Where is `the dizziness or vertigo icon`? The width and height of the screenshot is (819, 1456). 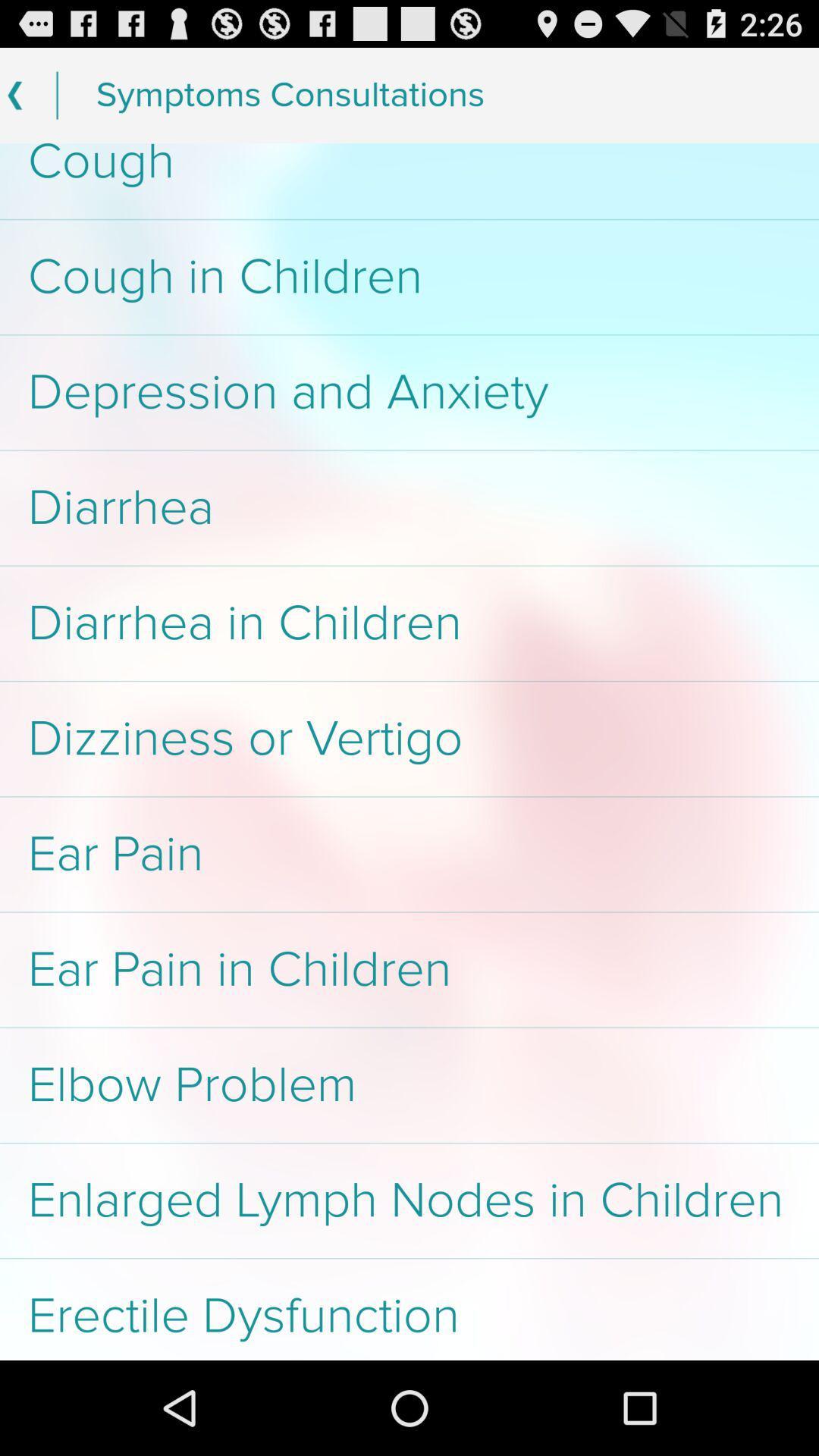 the dizziness or vertigo icon is located at coordinates (409, 739).